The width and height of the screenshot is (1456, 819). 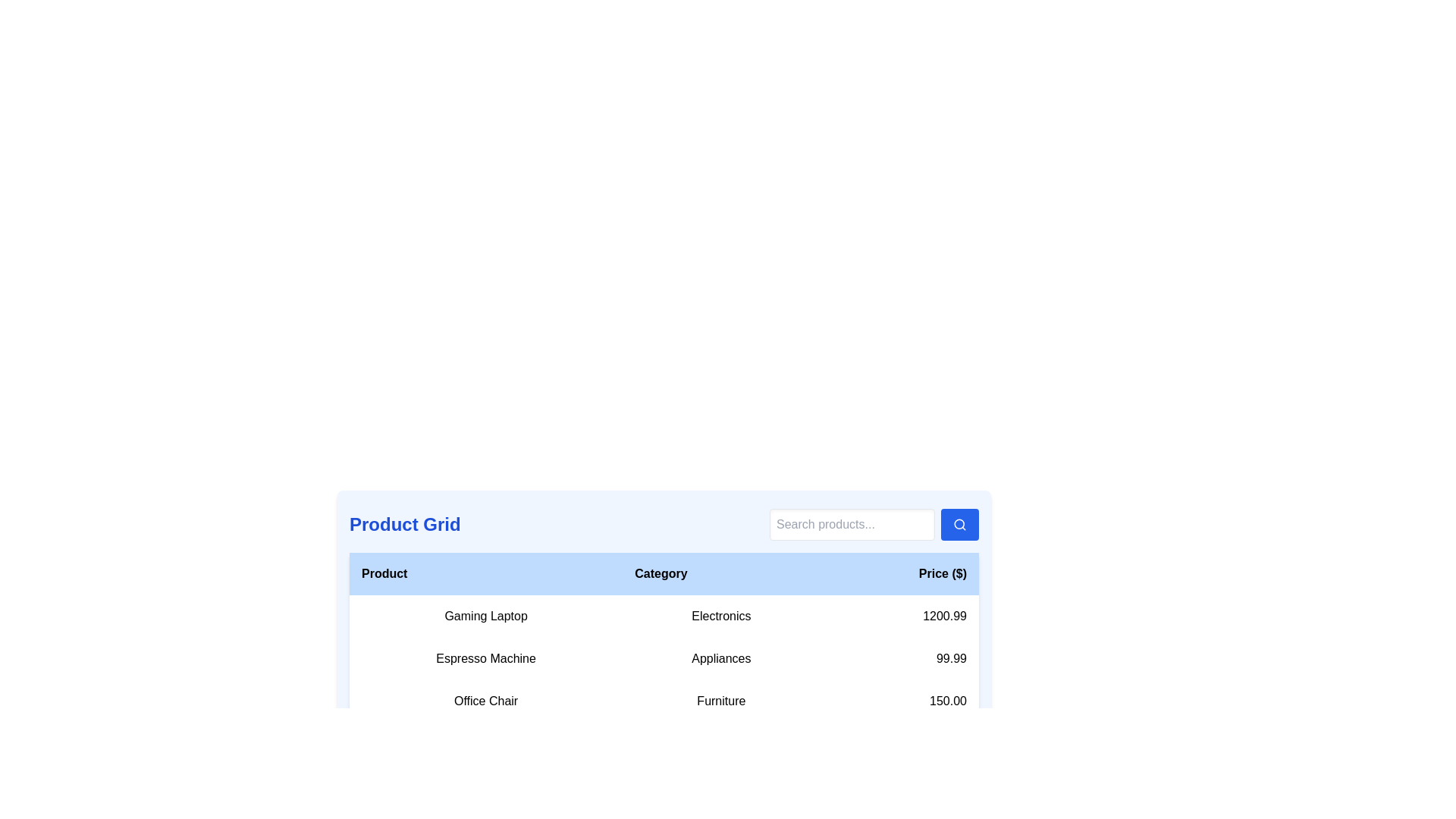 I want to click on the table row element containing 'Espresso Machine', 'Appliances', and '99.99', located in the second row of the table, so click(x=664, y=657).